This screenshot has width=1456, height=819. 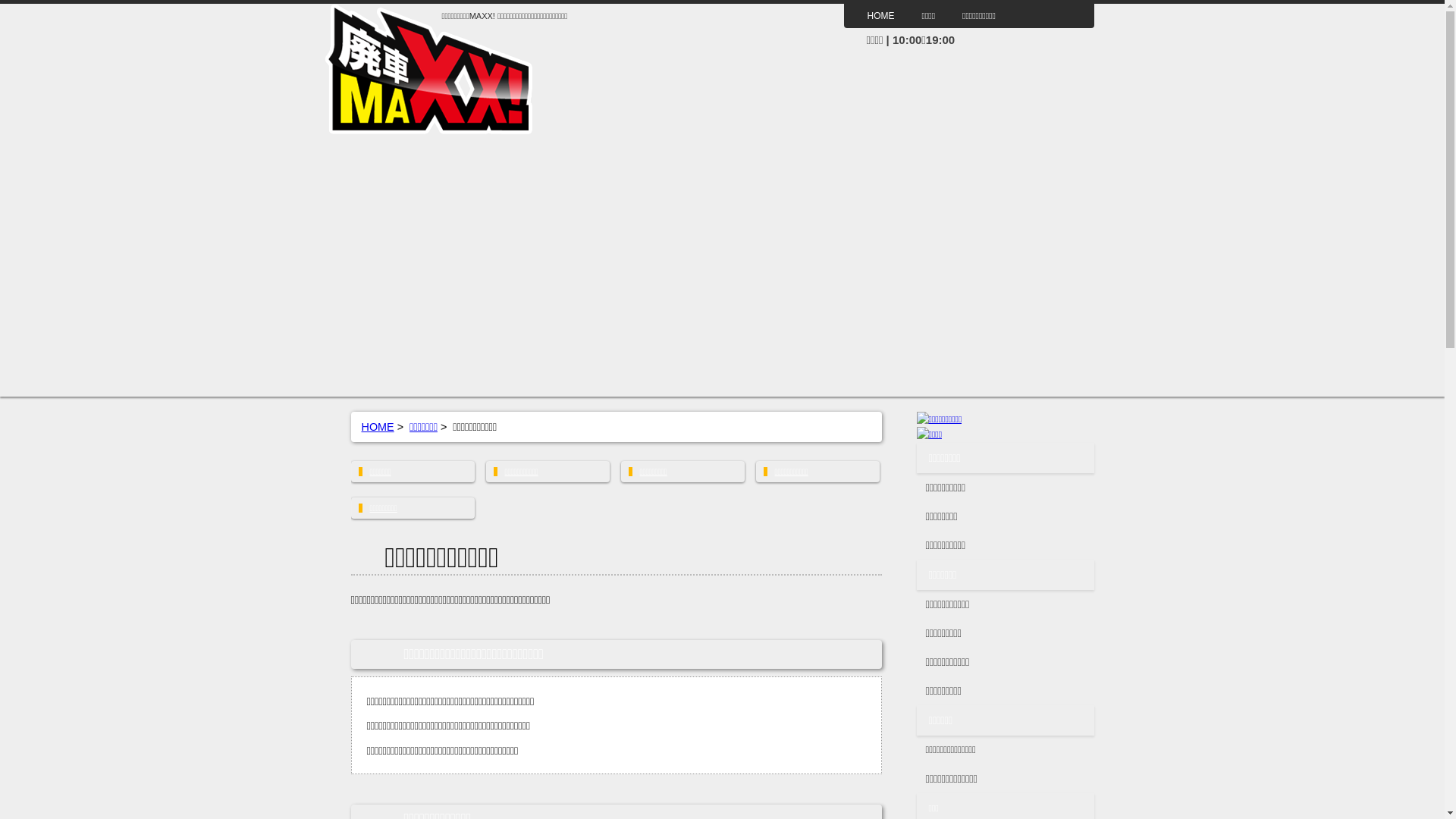 What do you see at coordinates (880, 15) in the screenshot?
I see `'HOME'` at bounding box center [880, 15].